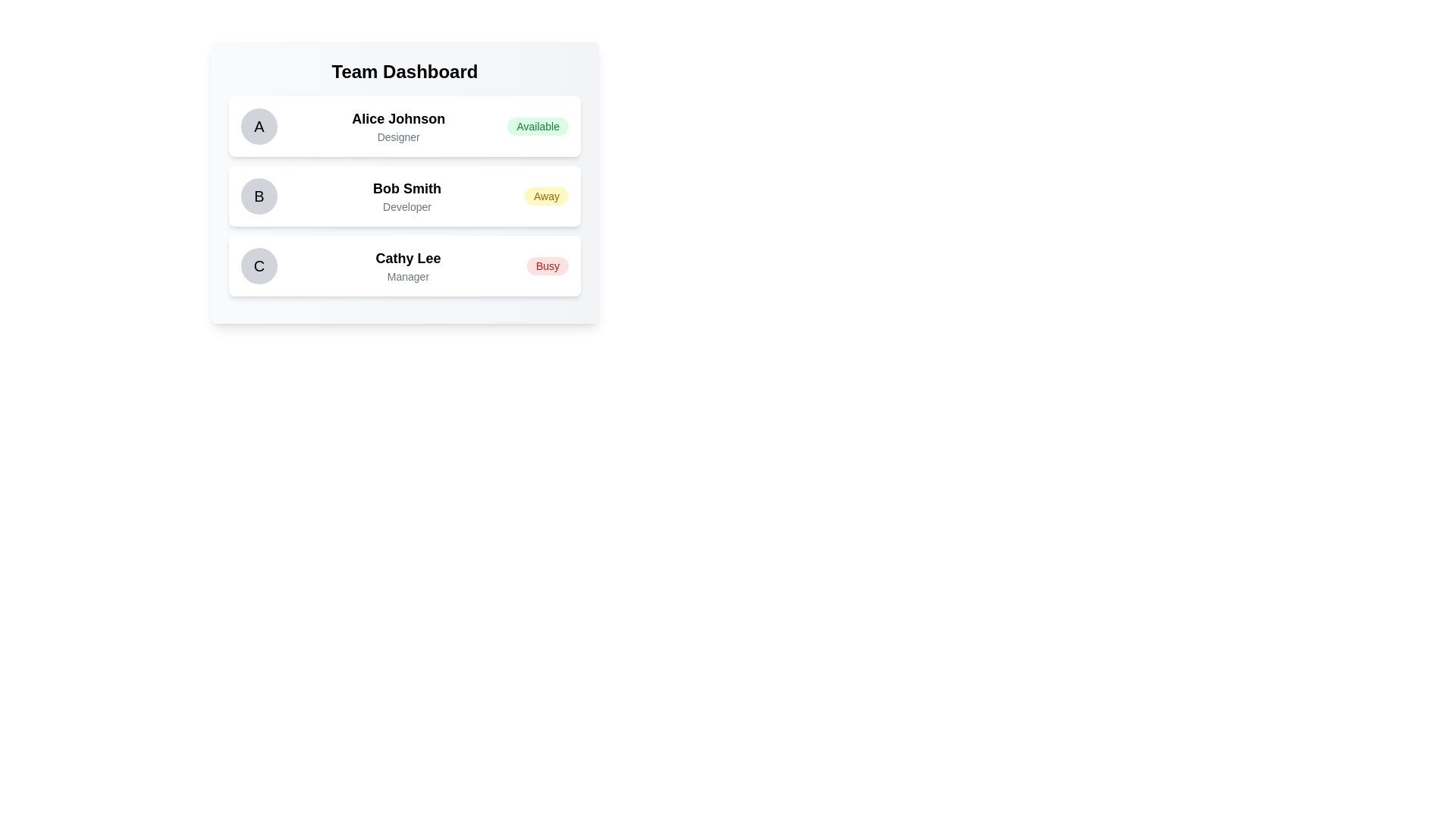  I want to click on the text label that displays 'Cathy Lee' and 'Manager', which is the central content of the third card in a vertical list, positioned between the card with 'Bob Smith' and the footer, so click(408, 265).